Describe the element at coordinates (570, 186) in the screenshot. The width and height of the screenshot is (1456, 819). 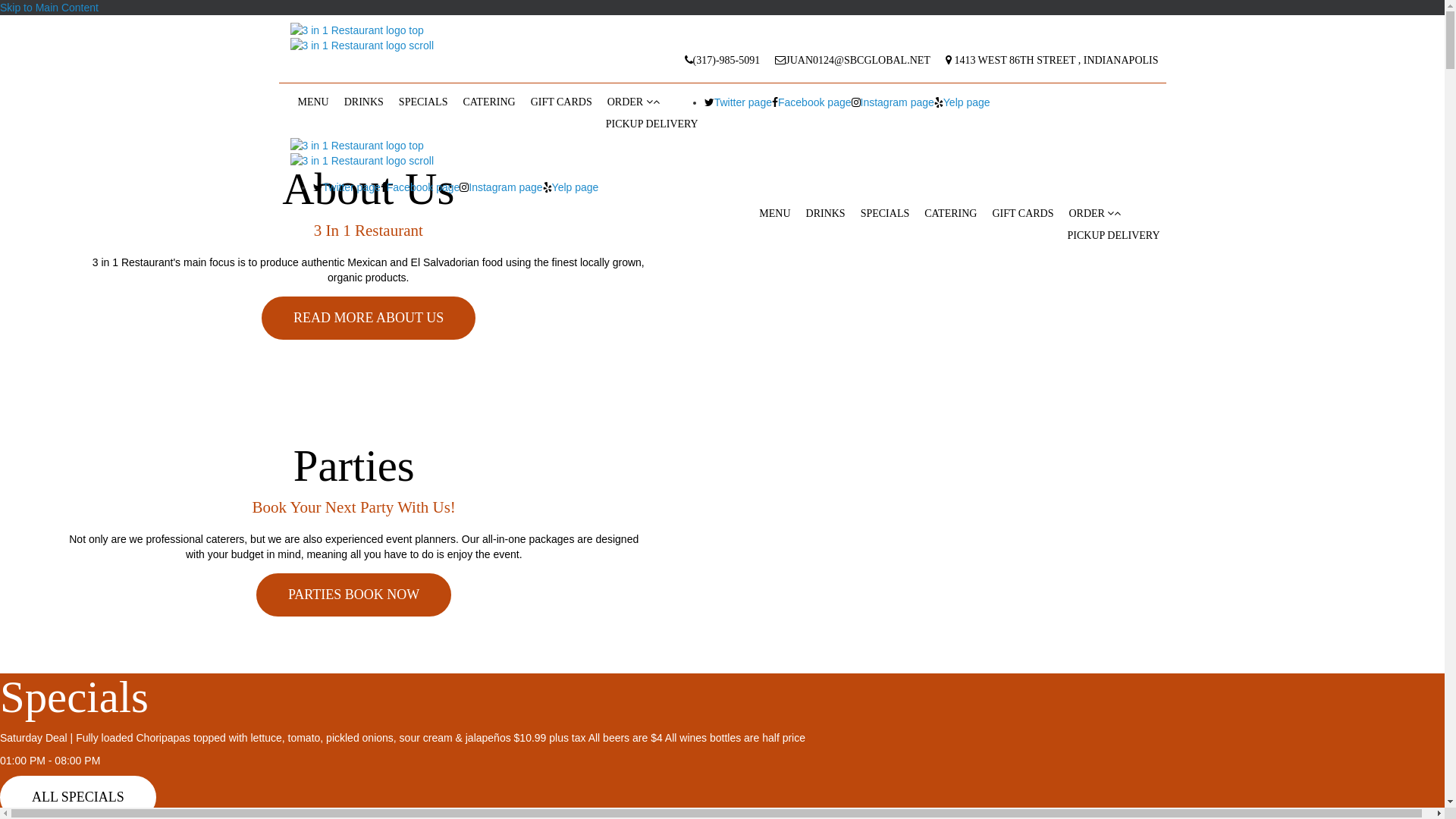
I see `'Yelp page'` at that location.